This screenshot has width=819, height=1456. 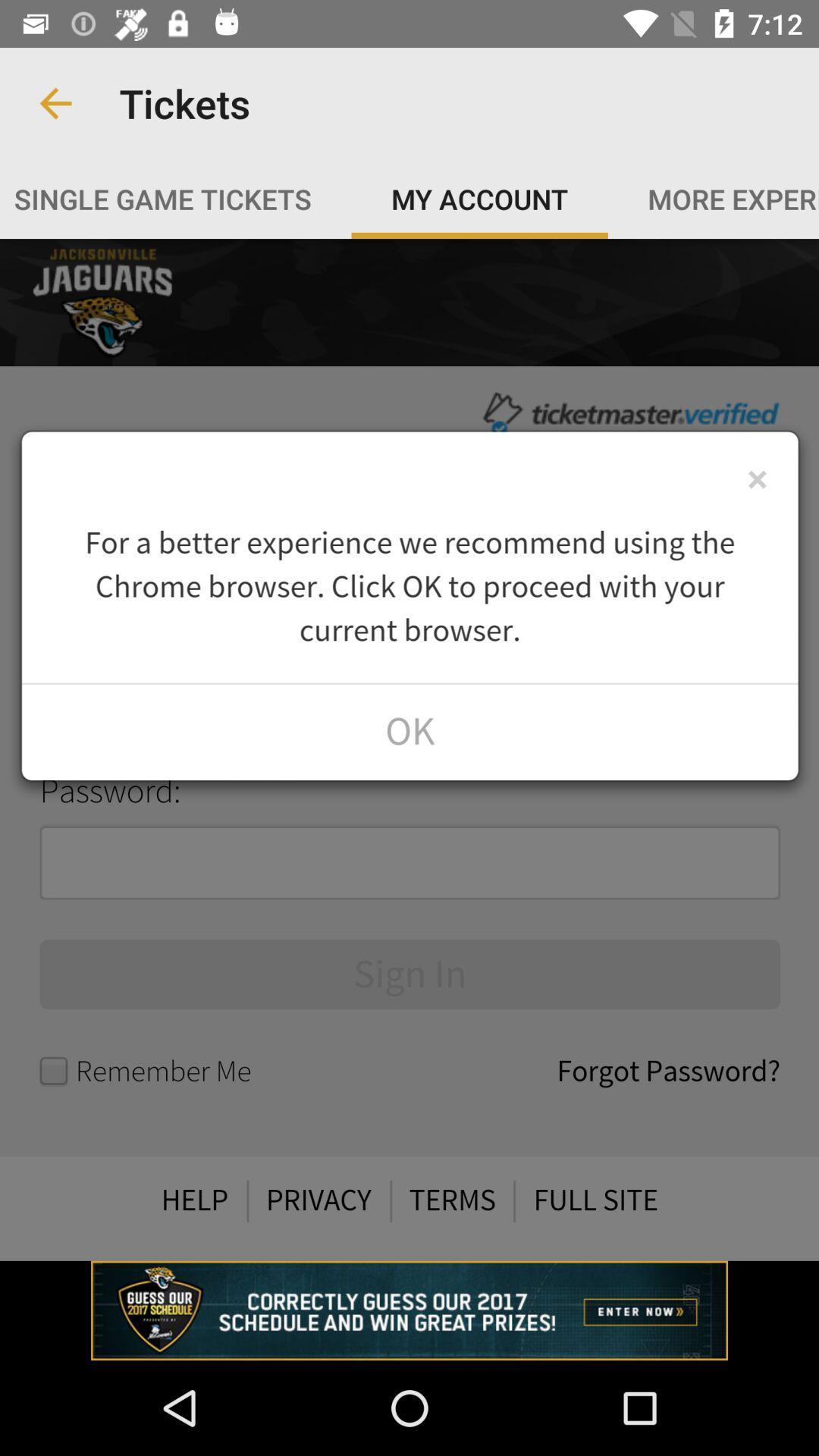 What do you see at coordinates (409, 1310) in the screenshot?
I see `the advertisement` at bounding box center [409, 1310].